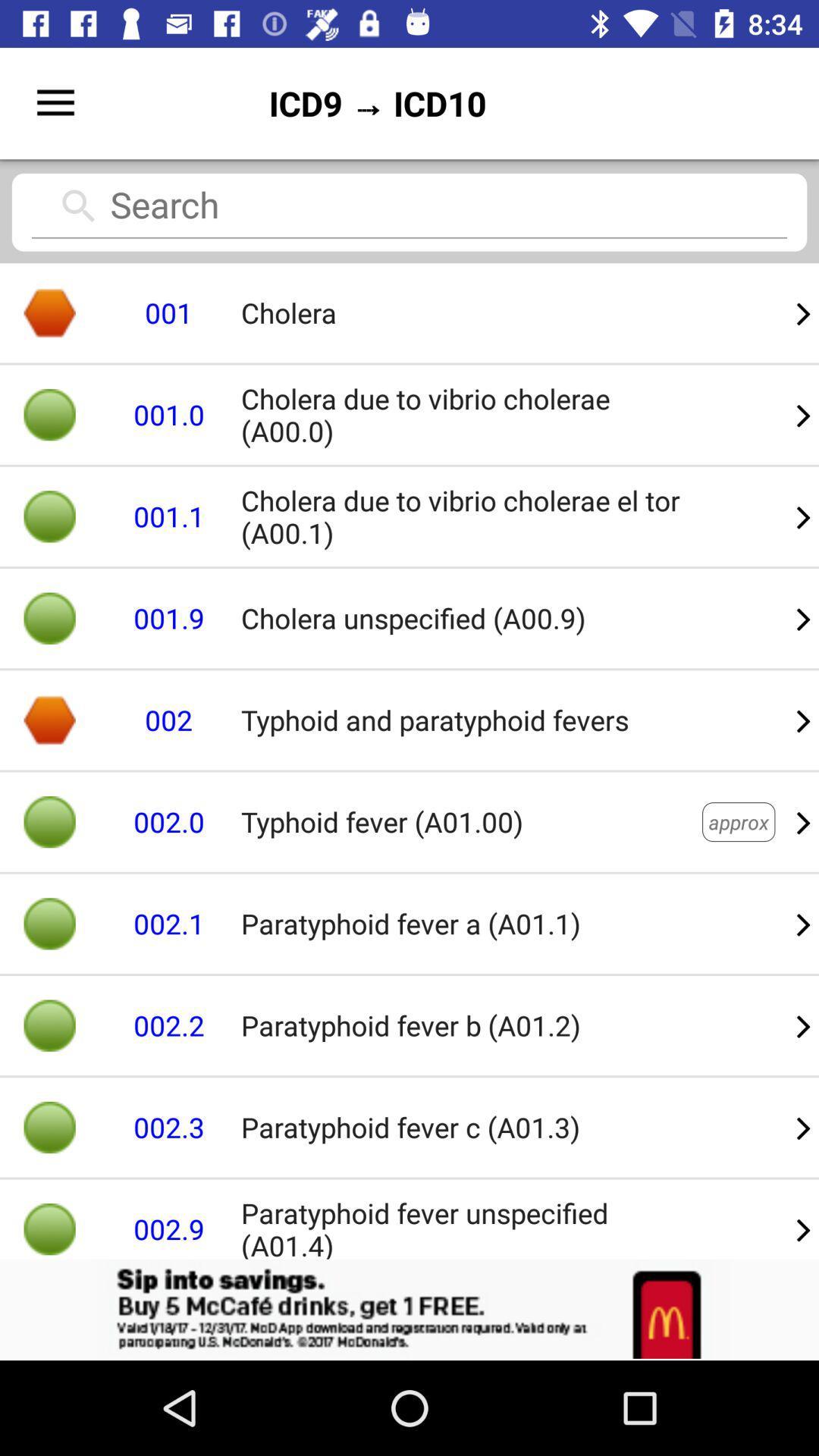  I want to click on the item to the right of typhoid fever a01, so click(738, 821).